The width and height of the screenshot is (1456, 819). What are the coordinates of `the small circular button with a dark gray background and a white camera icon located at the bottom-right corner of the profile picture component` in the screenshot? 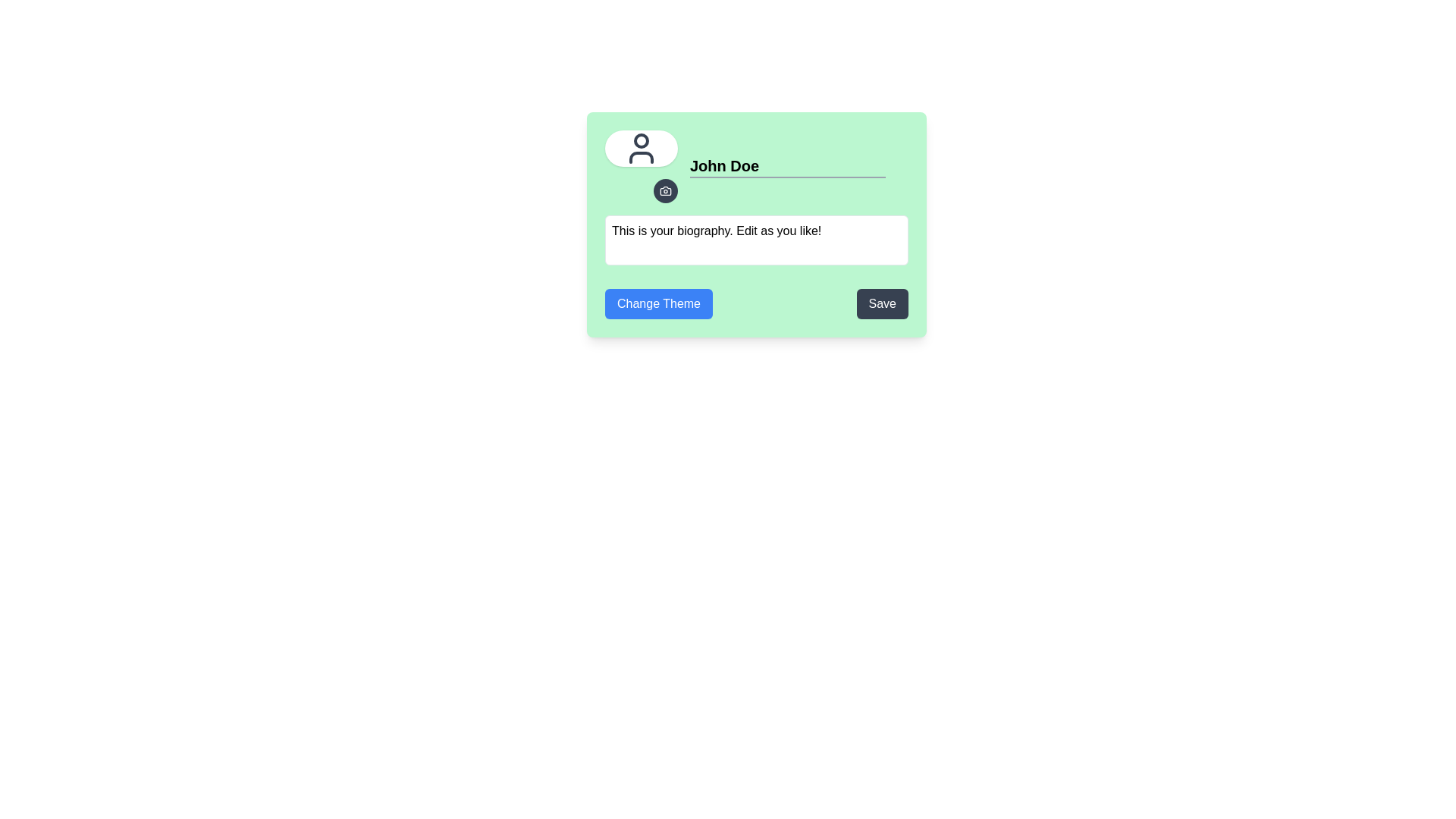 It's located at (666, 190).